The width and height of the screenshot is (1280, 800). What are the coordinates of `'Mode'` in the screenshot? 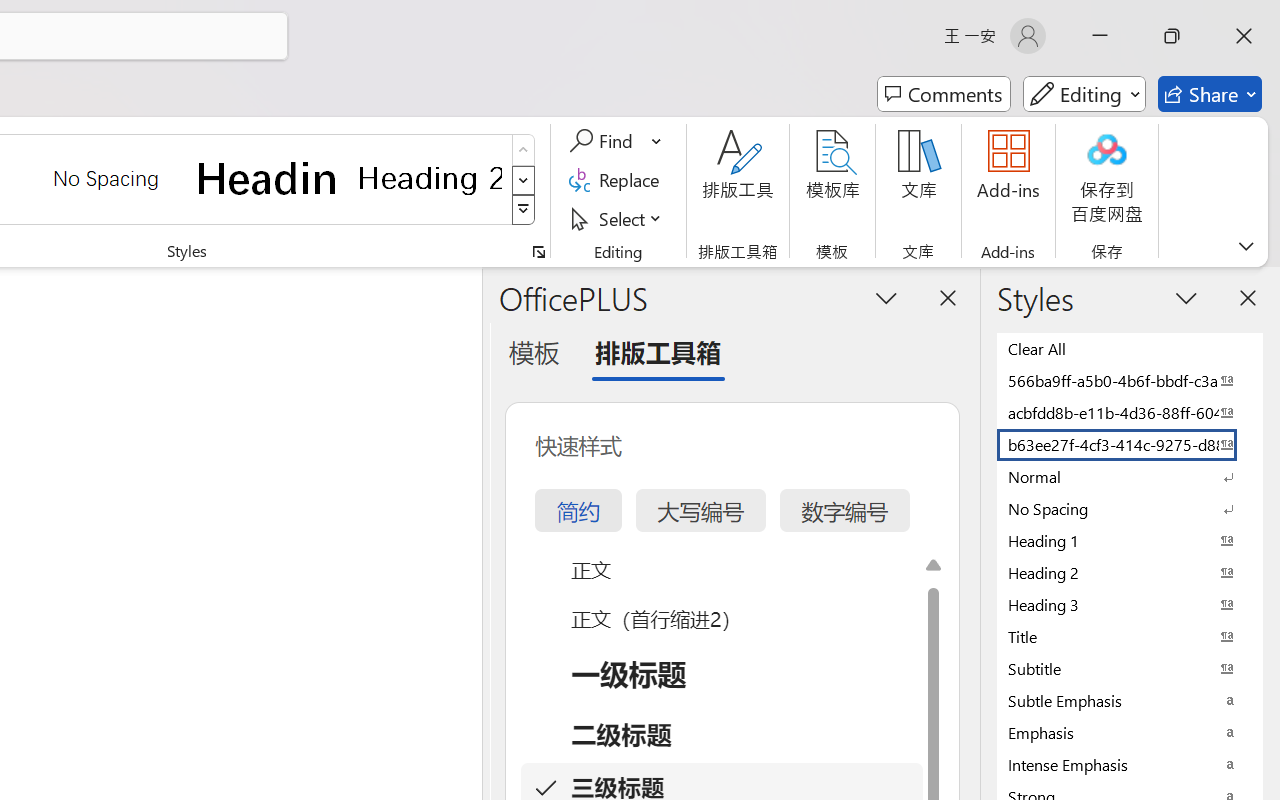 It's located at (1083, 94).